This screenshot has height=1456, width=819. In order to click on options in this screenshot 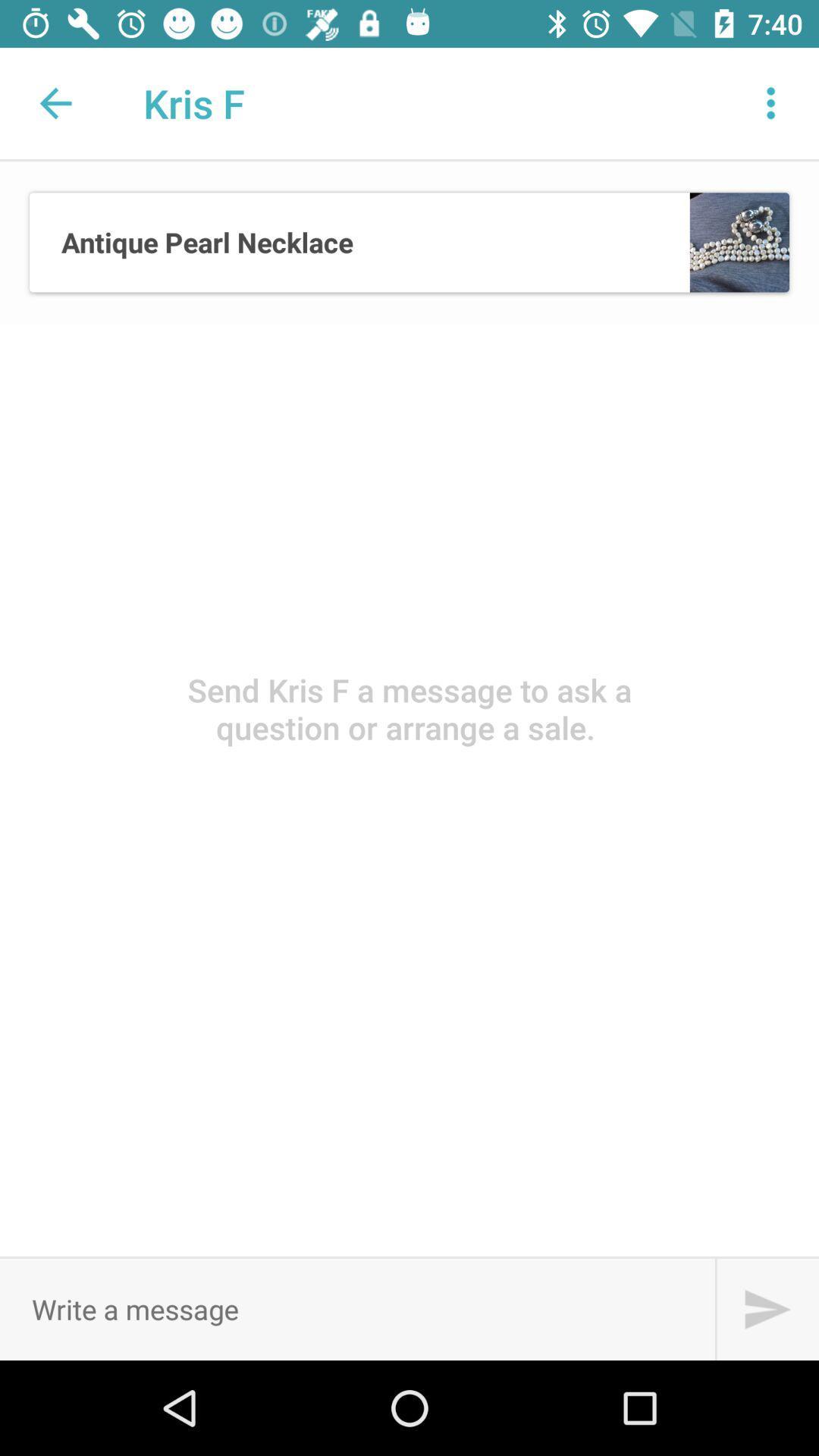, I will do `click(771, 102)`.